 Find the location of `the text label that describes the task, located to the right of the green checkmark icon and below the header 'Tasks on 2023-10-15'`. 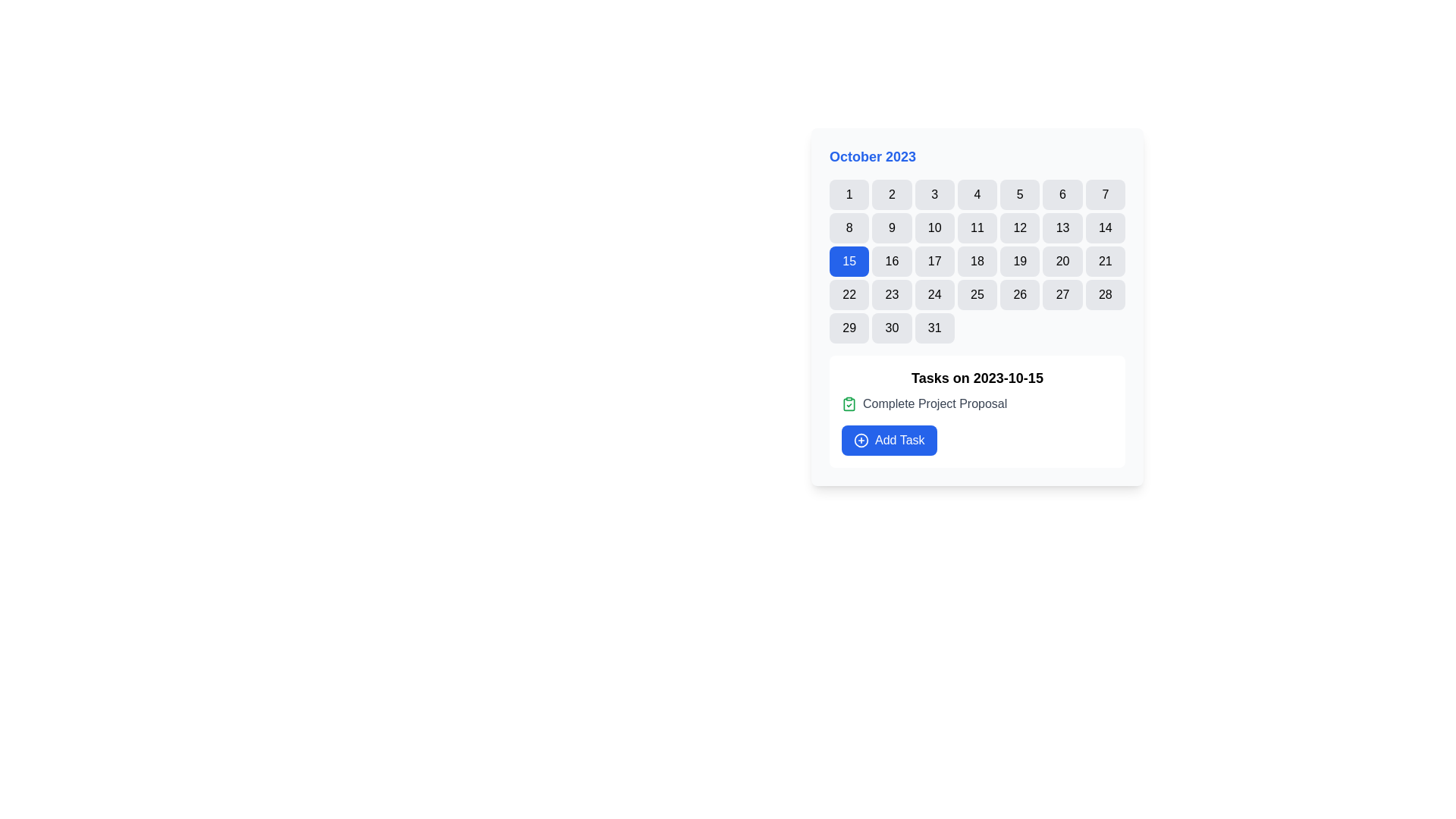

the text label that describes the task, located to the right of the green checkmark icon and below the header 'Tasks on 2023-10-15' is located at coordinates (934, 403).